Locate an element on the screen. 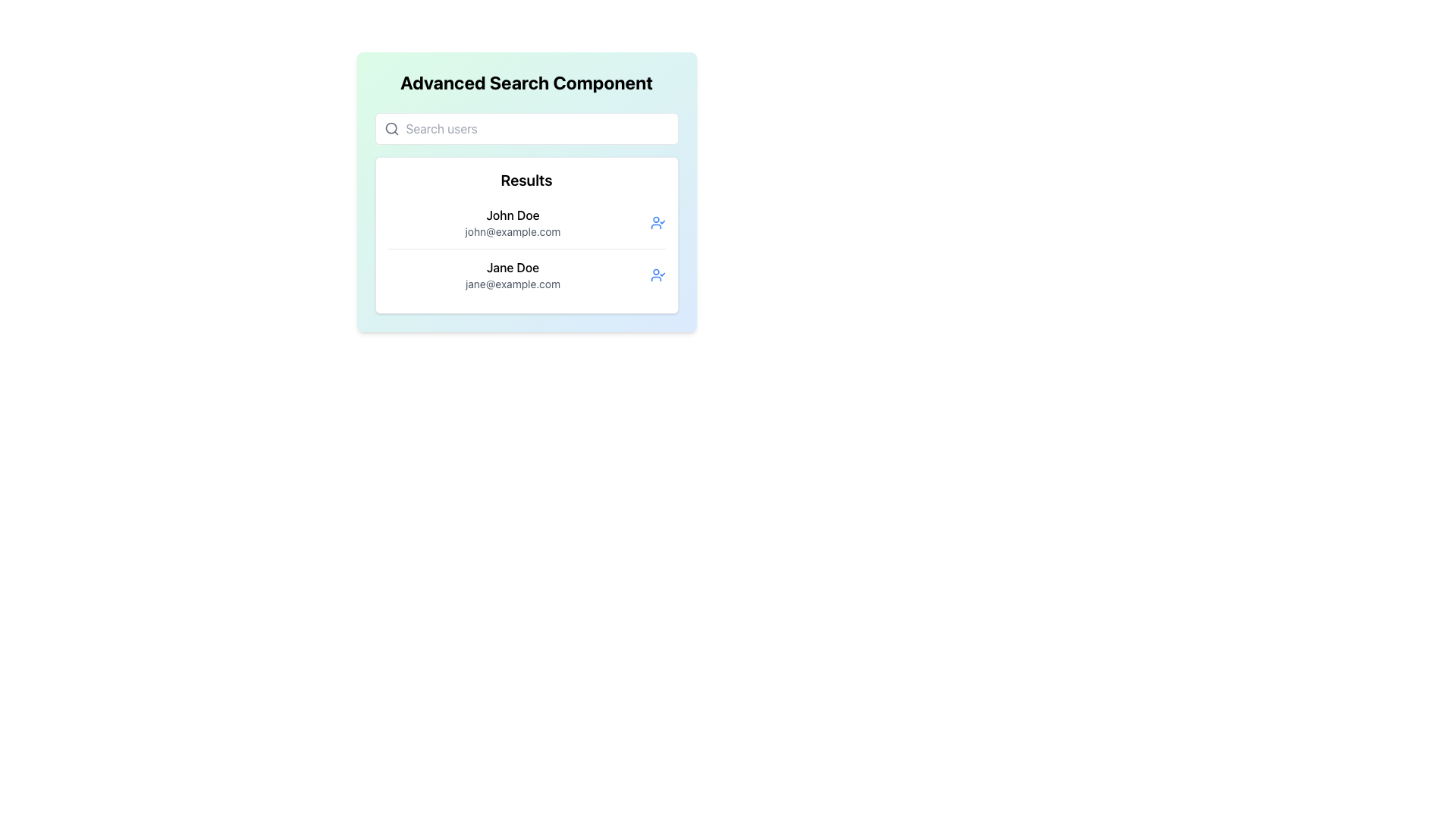 This screenshot has height=819, width=1456. the Text Label that serves as a section header indicating the content or purpose of the below-listed items, which is centrally positioned at the upper section of the card is located at coordinates (526, 180).